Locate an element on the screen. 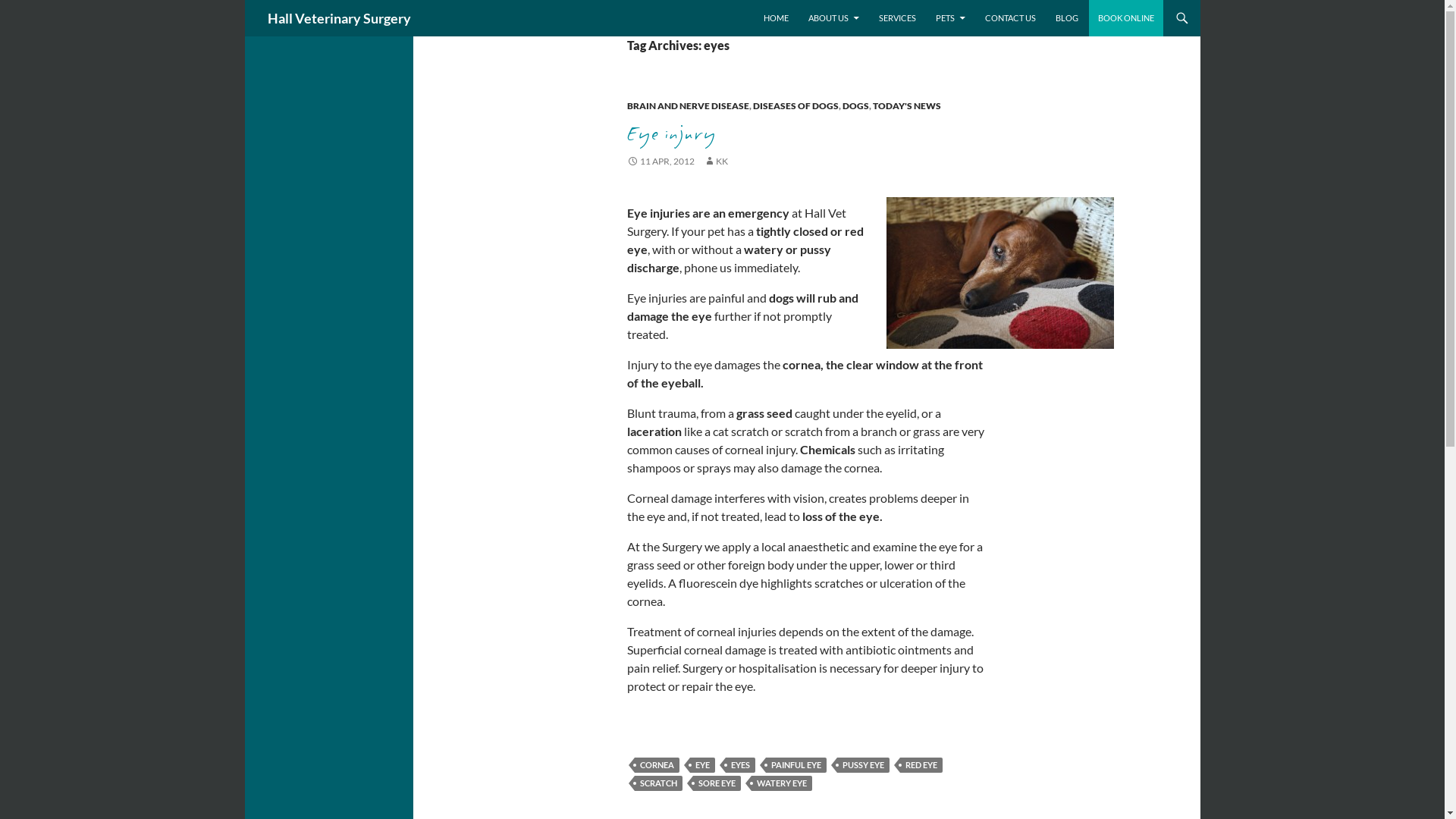 The image size is (1456, 819). 'SORE EYE' is located at coordinates (716, 783).